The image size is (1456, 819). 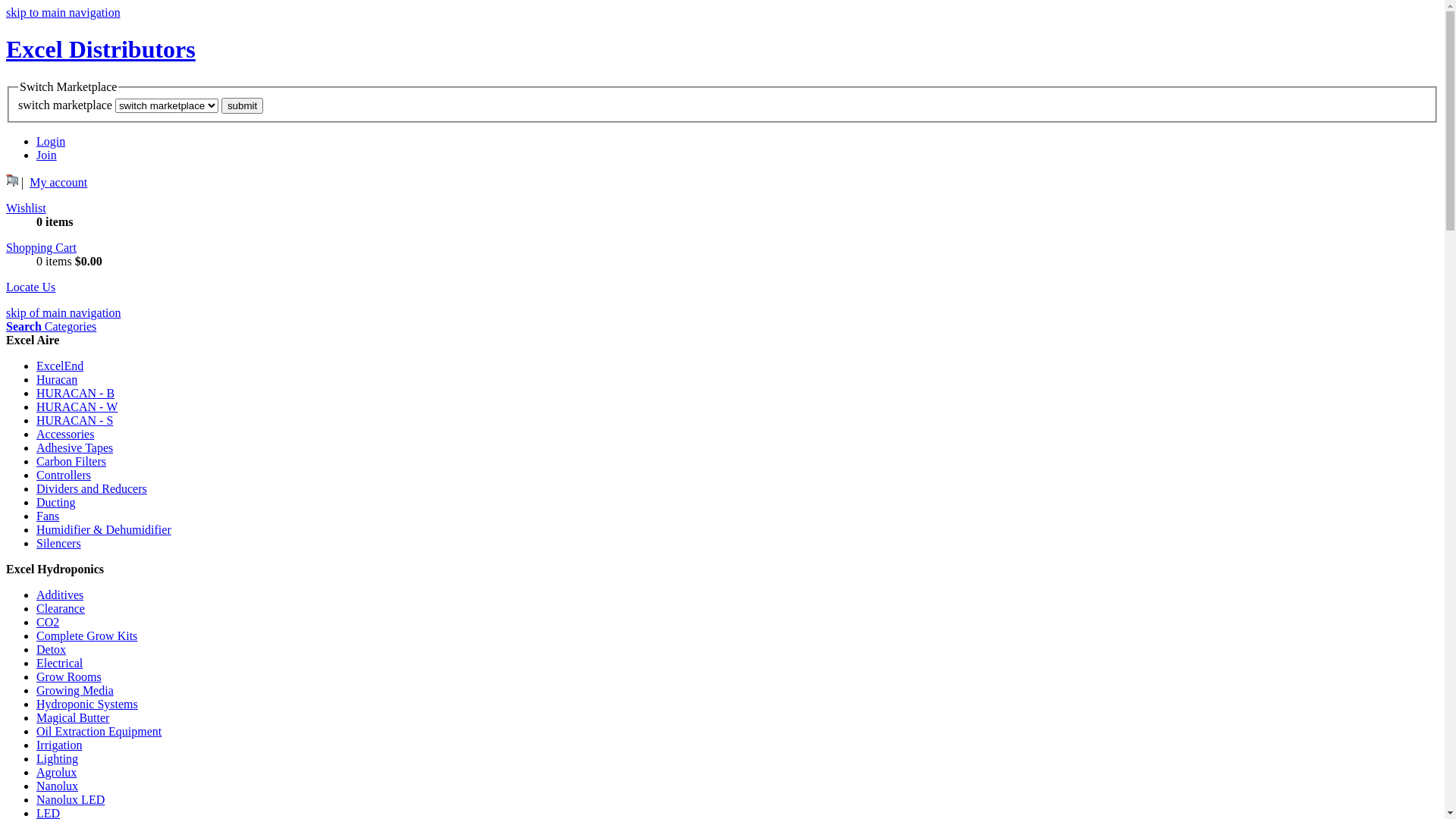 What do you see at coordinates (55, 502) in the screenshot?
I see `'Ducting'` at bounding box center [55, 502].